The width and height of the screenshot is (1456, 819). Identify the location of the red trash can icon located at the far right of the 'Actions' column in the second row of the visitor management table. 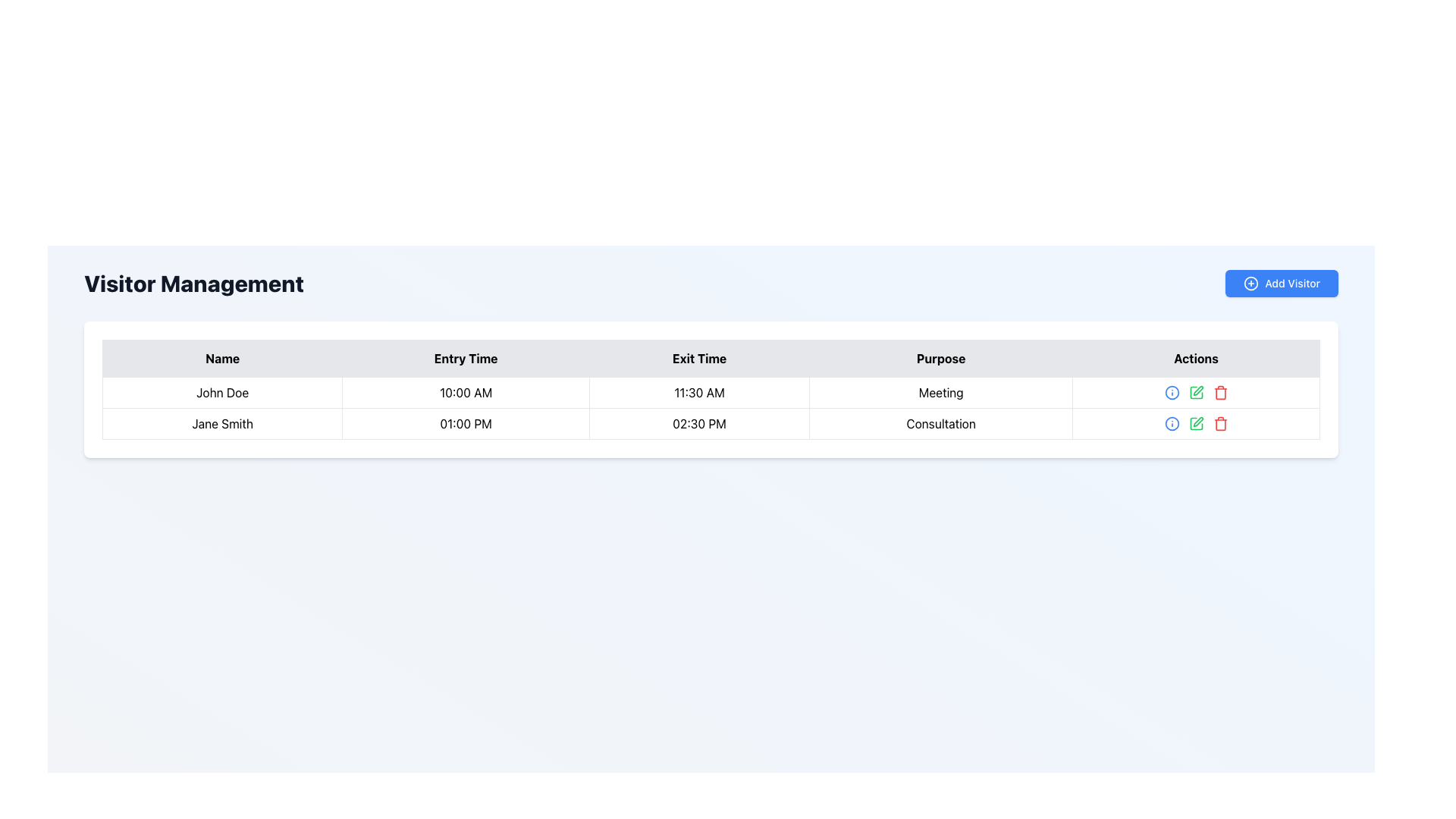
(1219, 391).